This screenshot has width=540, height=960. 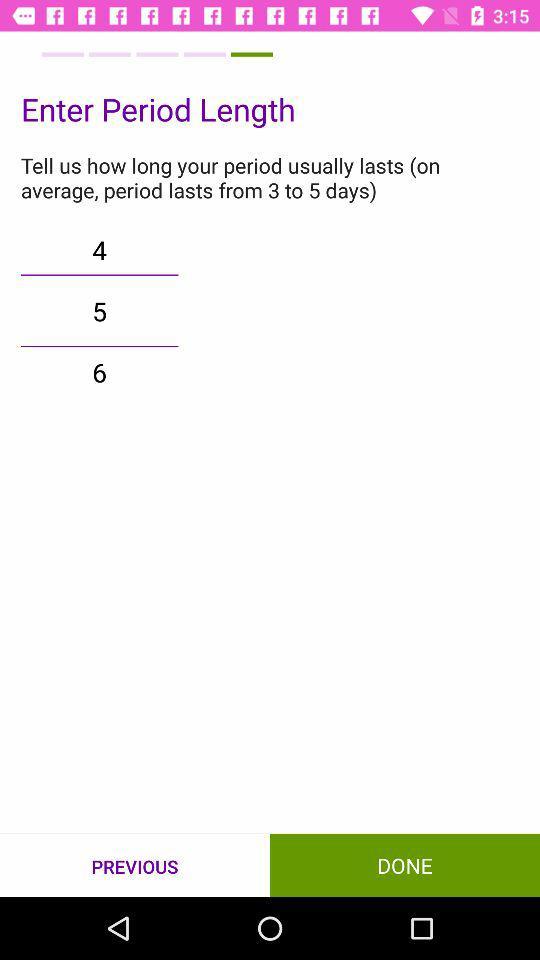 I want to click on the done icon, so click(x=405, y=864).